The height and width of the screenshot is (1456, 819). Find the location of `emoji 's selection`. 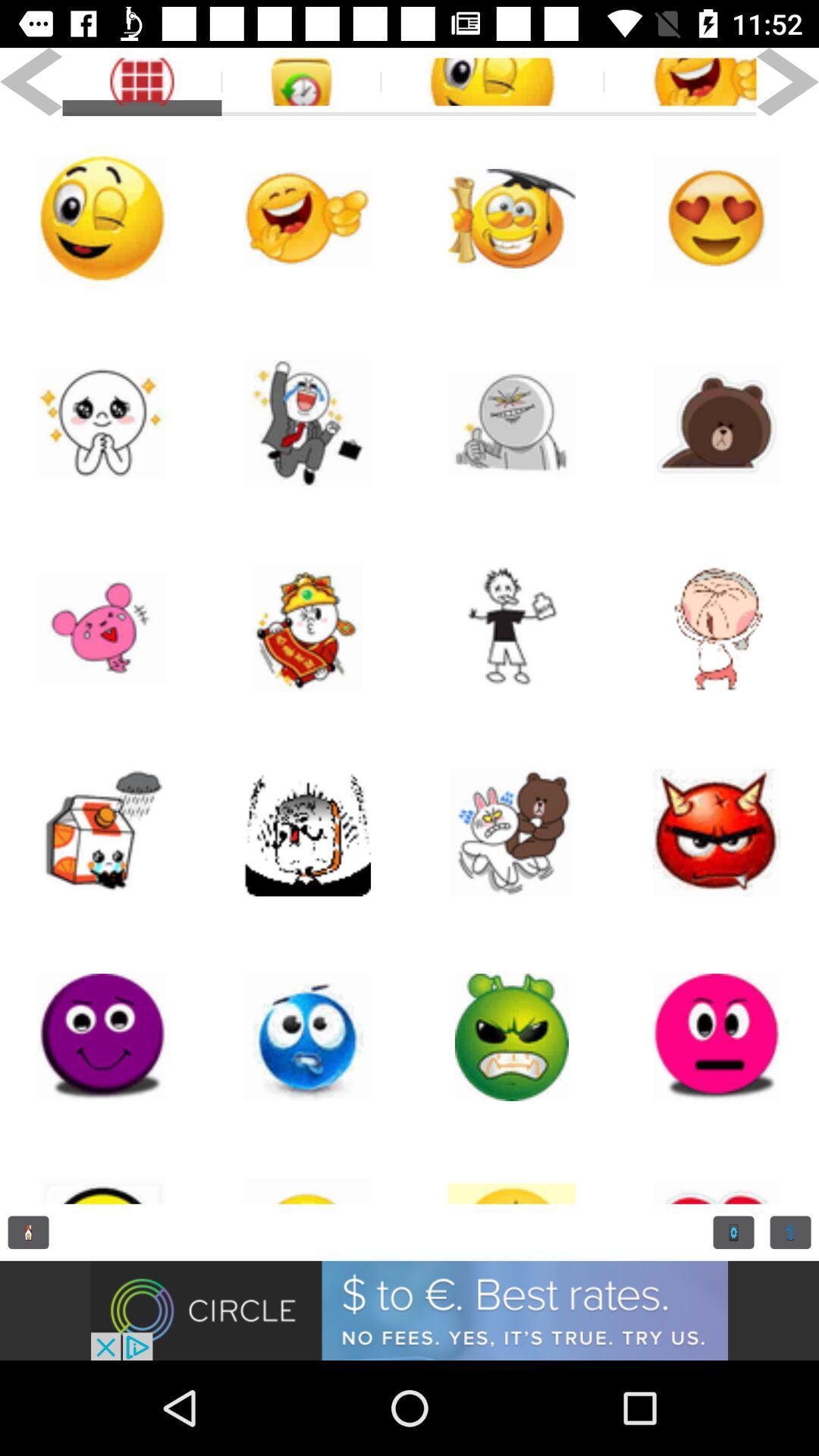

emoji 's selection is located at coordinates (102, 832).